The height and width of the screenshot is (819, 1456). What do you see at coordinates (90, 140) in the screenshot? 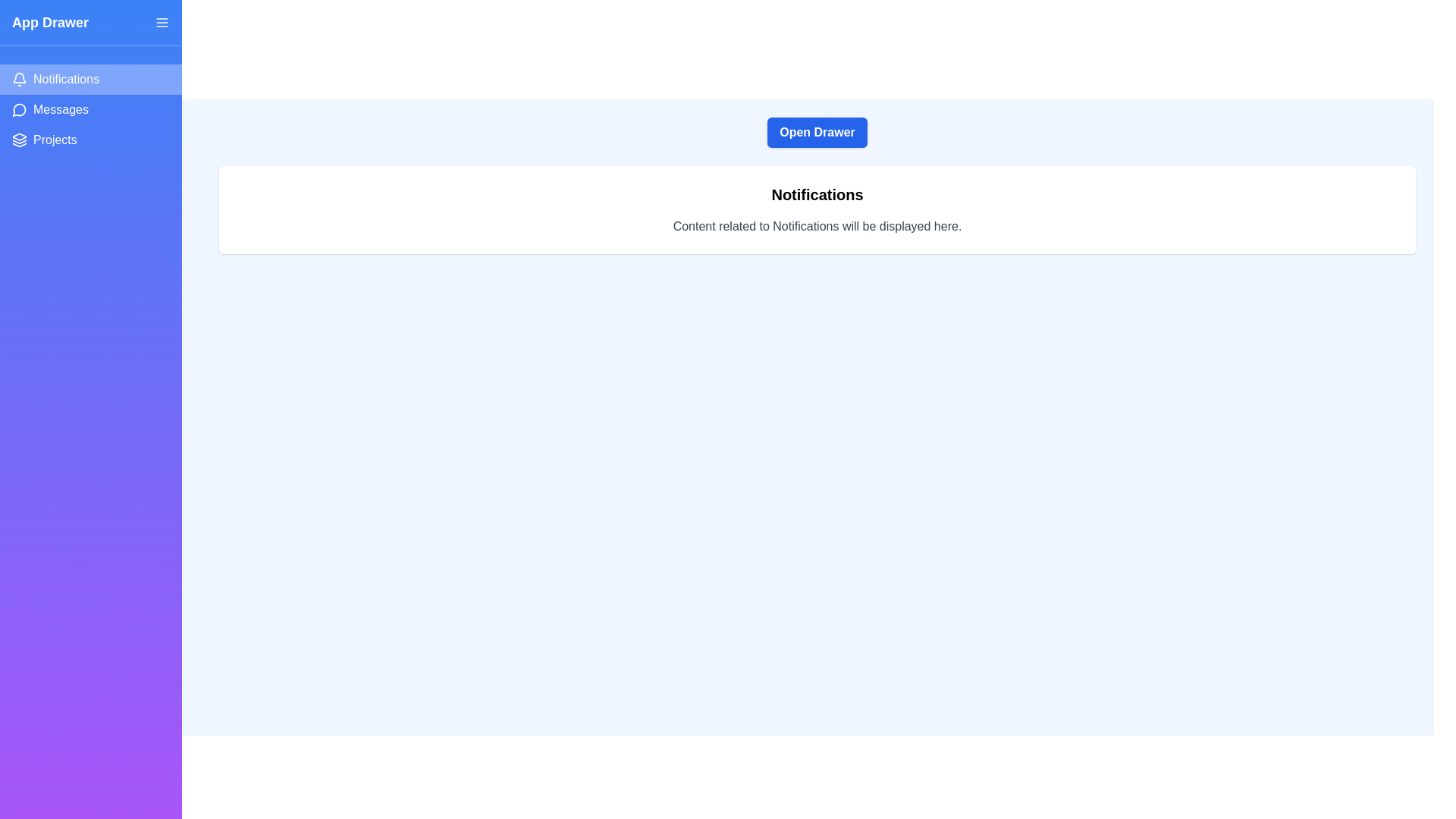
I see `the sidebar option Projects` at bounding box center [90, 140].